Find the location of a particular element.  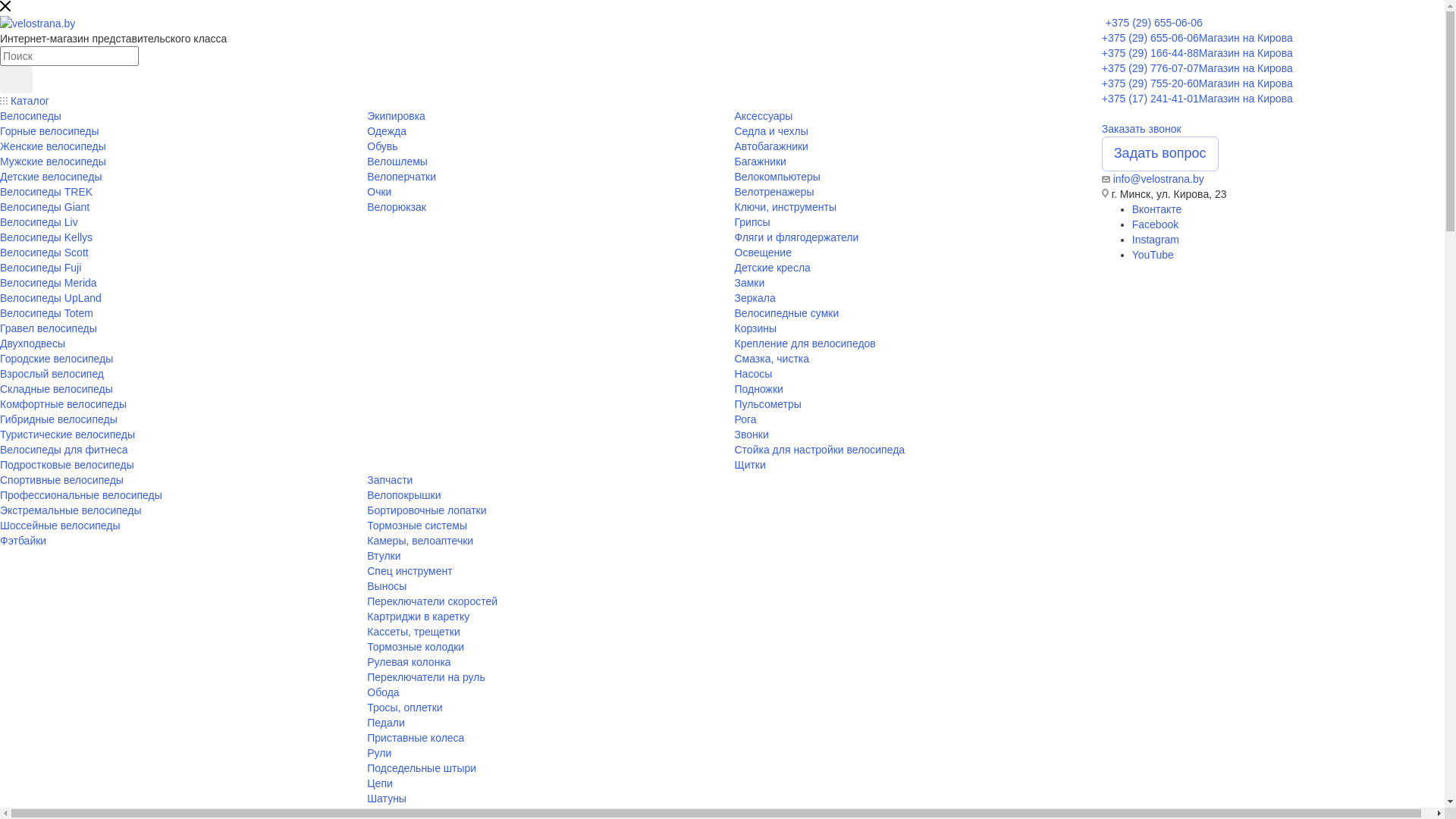

'info@velostrana.by' is located at coordinates (1157, 177).